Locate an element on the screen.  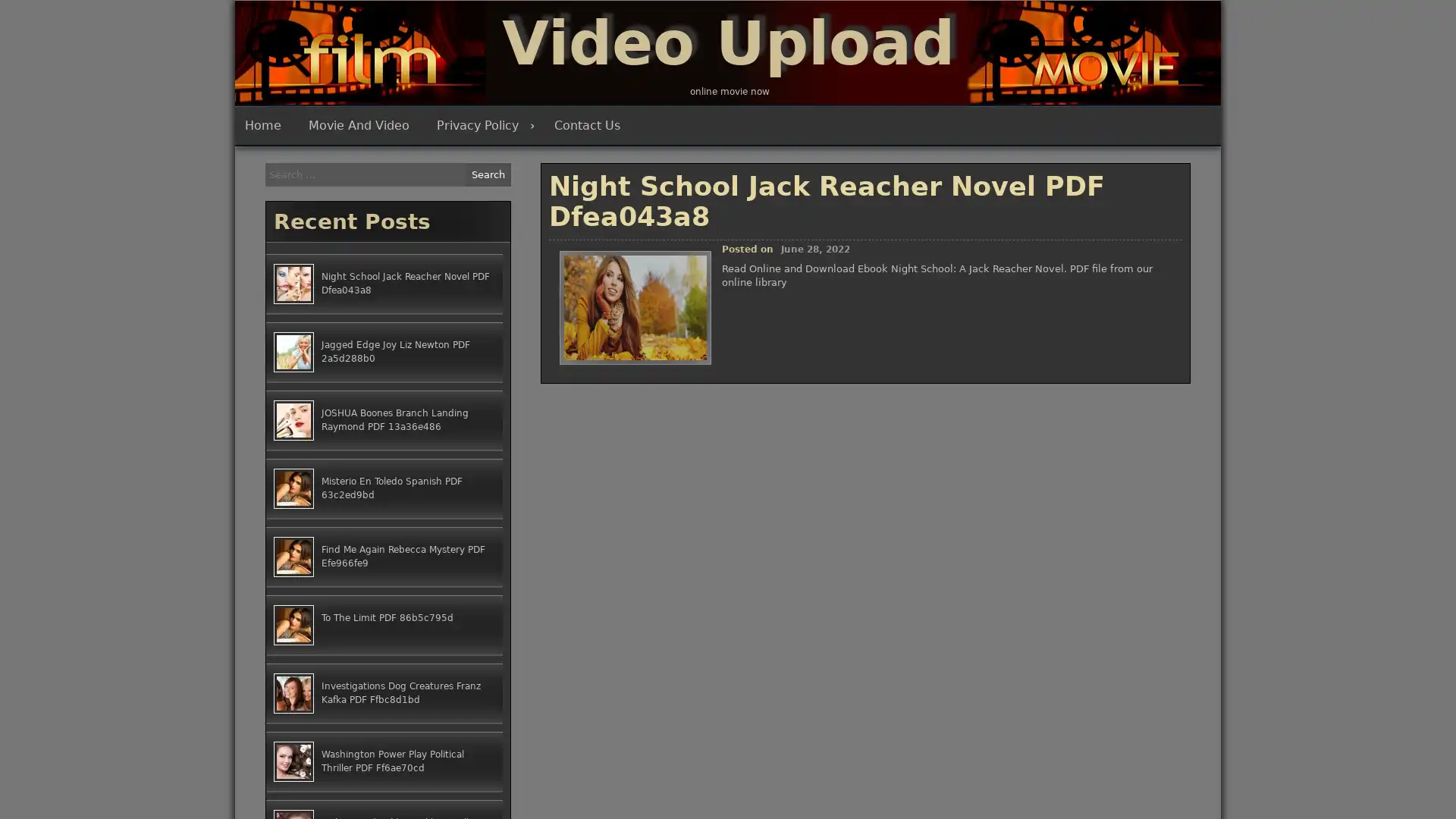
Search is located at coordinates (488, 174).